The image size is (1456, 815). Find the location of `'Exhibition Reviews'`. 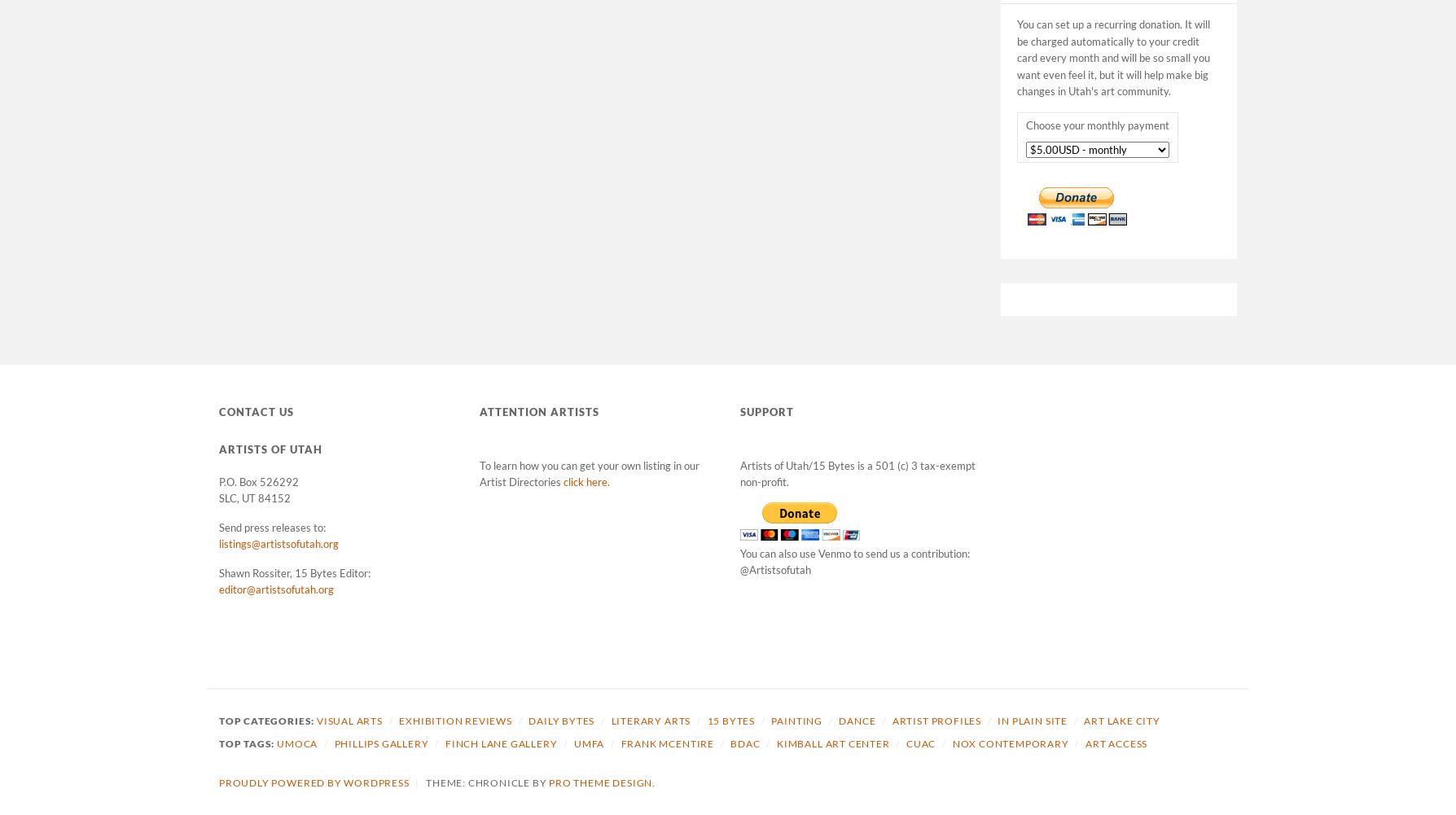

'Exhibition Reviews' is located at coordinates (454, 721).